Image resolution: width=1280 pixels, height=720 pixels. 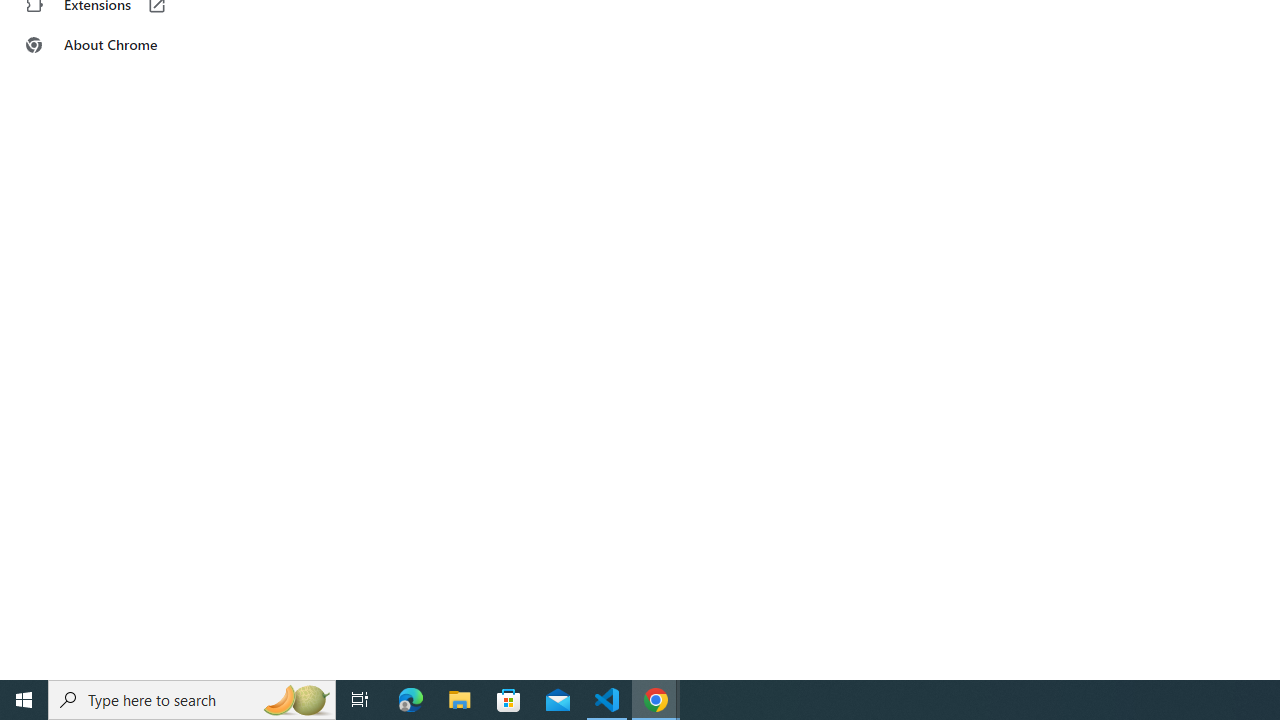 I want to click on 'File Explorer', so click(x=459, y=698).